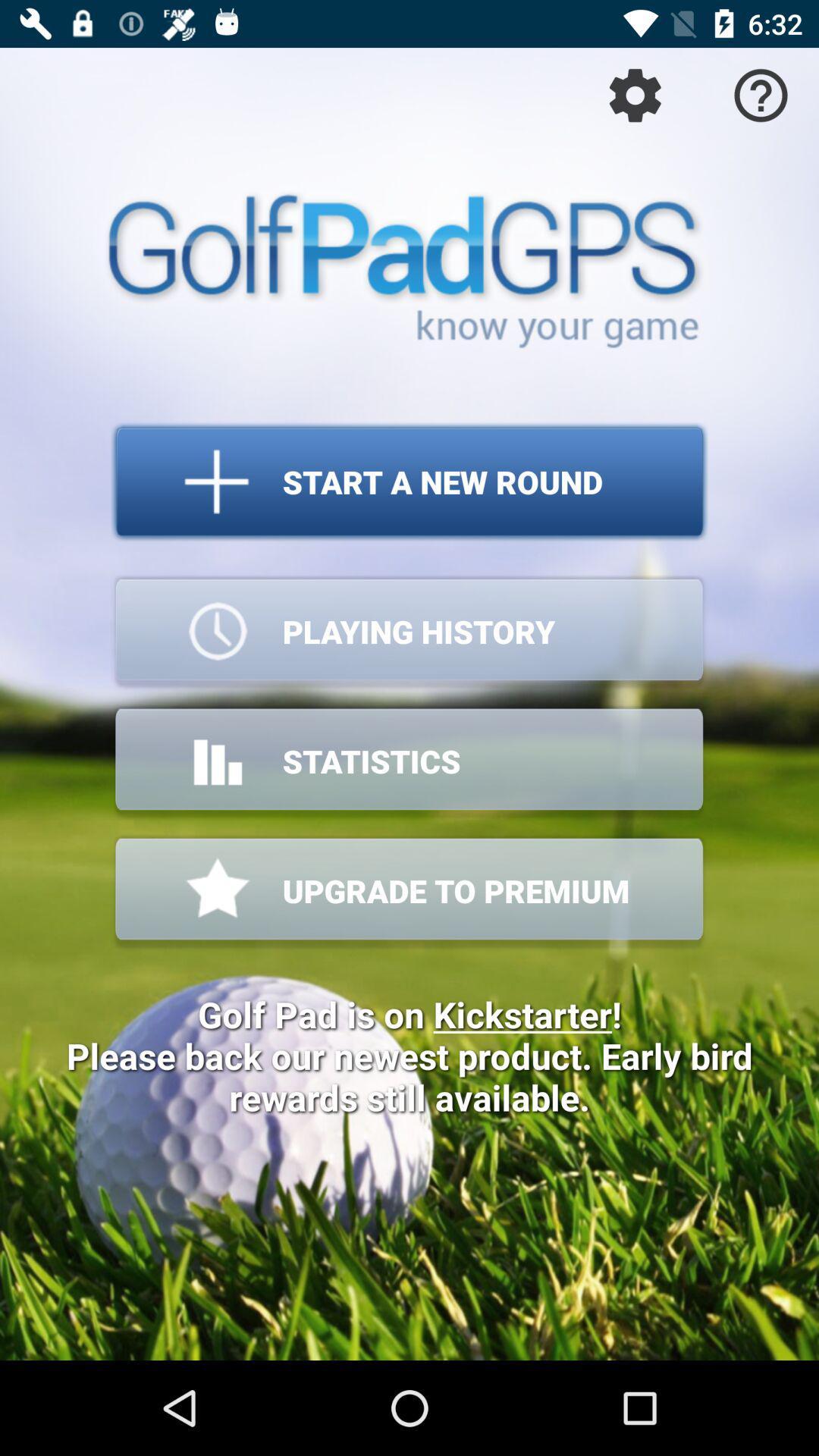  I want to click on help, so click(761, 94).